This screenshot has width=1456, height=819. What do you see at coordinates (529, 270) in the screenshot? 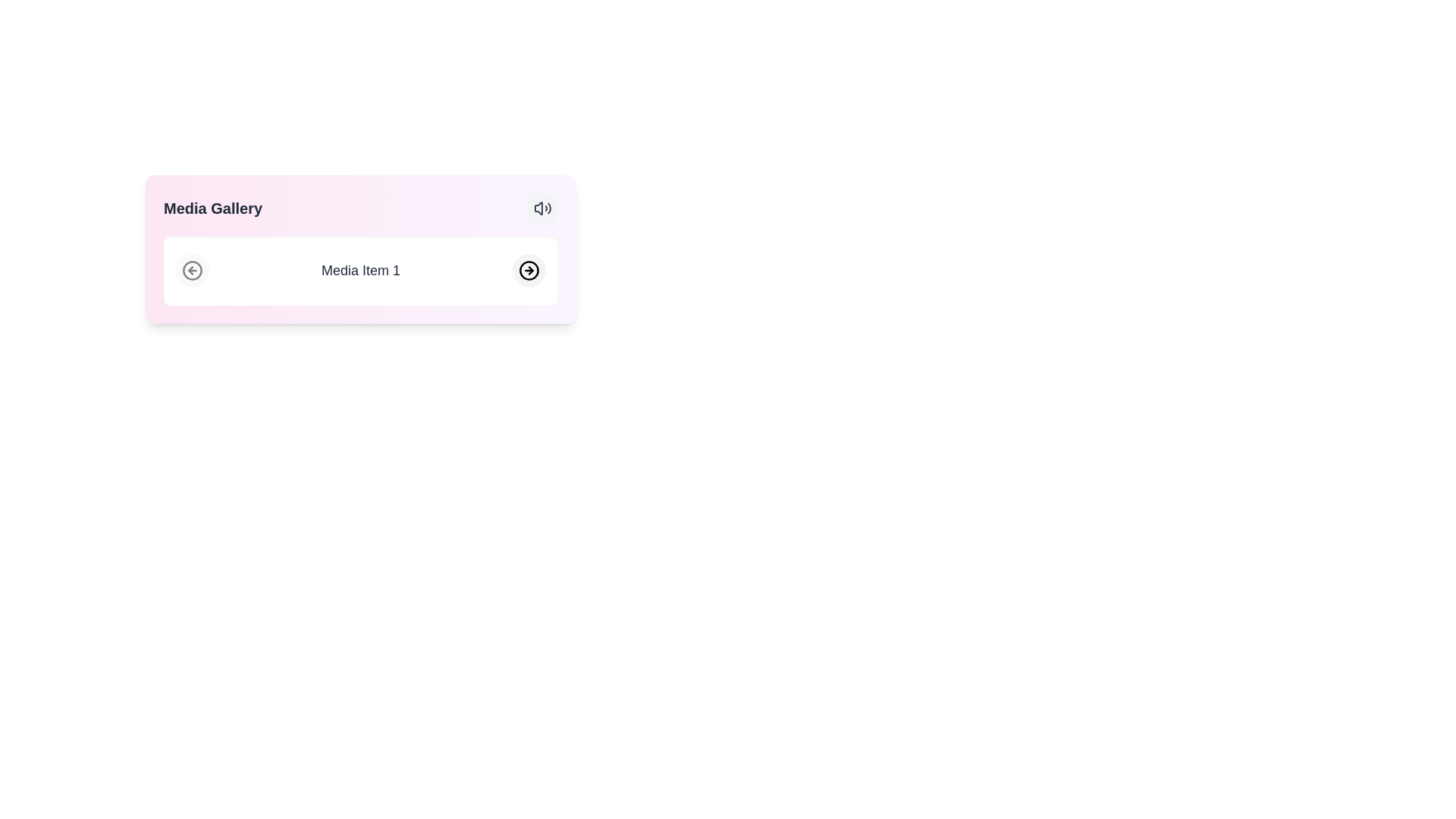
I see `the circular button with a right-pointing arrow icon` at bounding box center [529, 270].